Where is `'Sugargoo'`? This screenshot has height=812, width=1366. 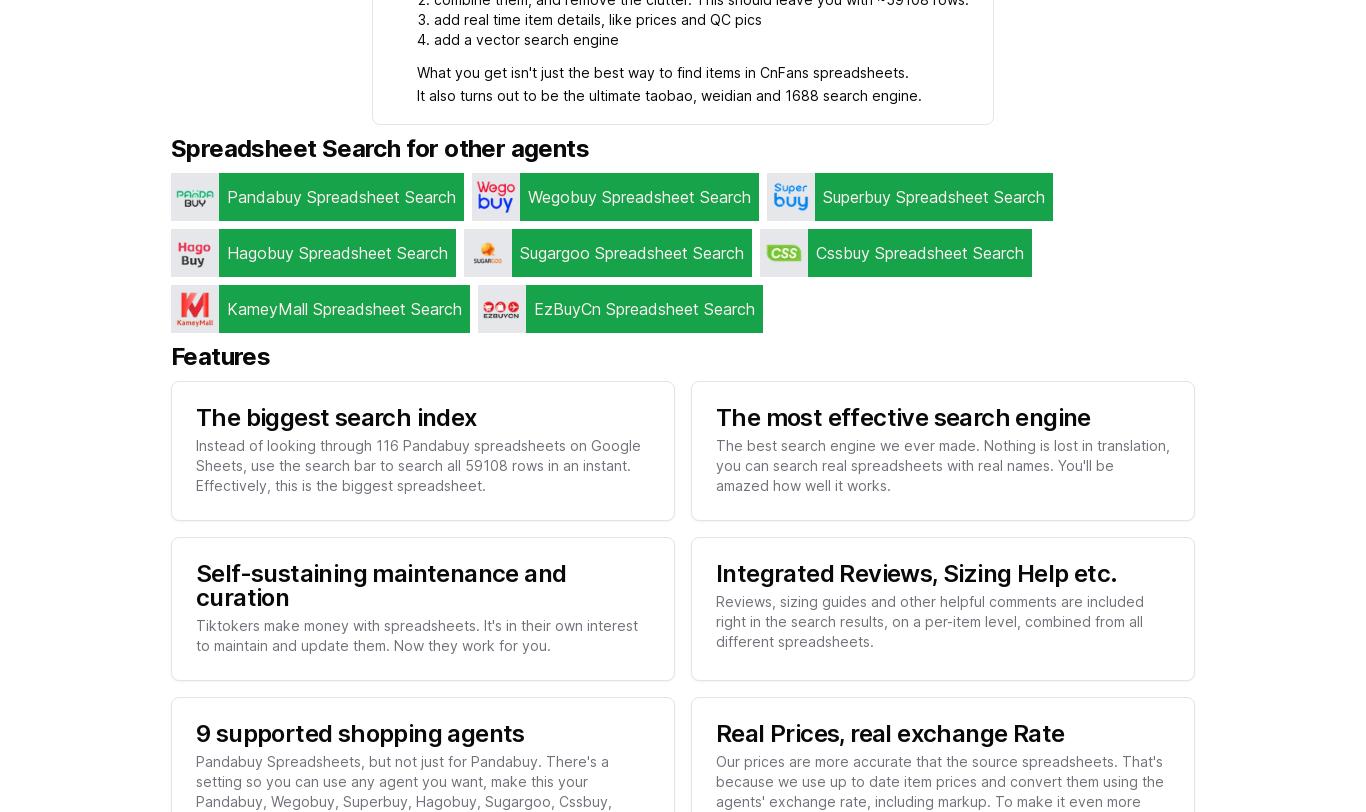 'Sugargoo' is located at coordinates (555, 251).